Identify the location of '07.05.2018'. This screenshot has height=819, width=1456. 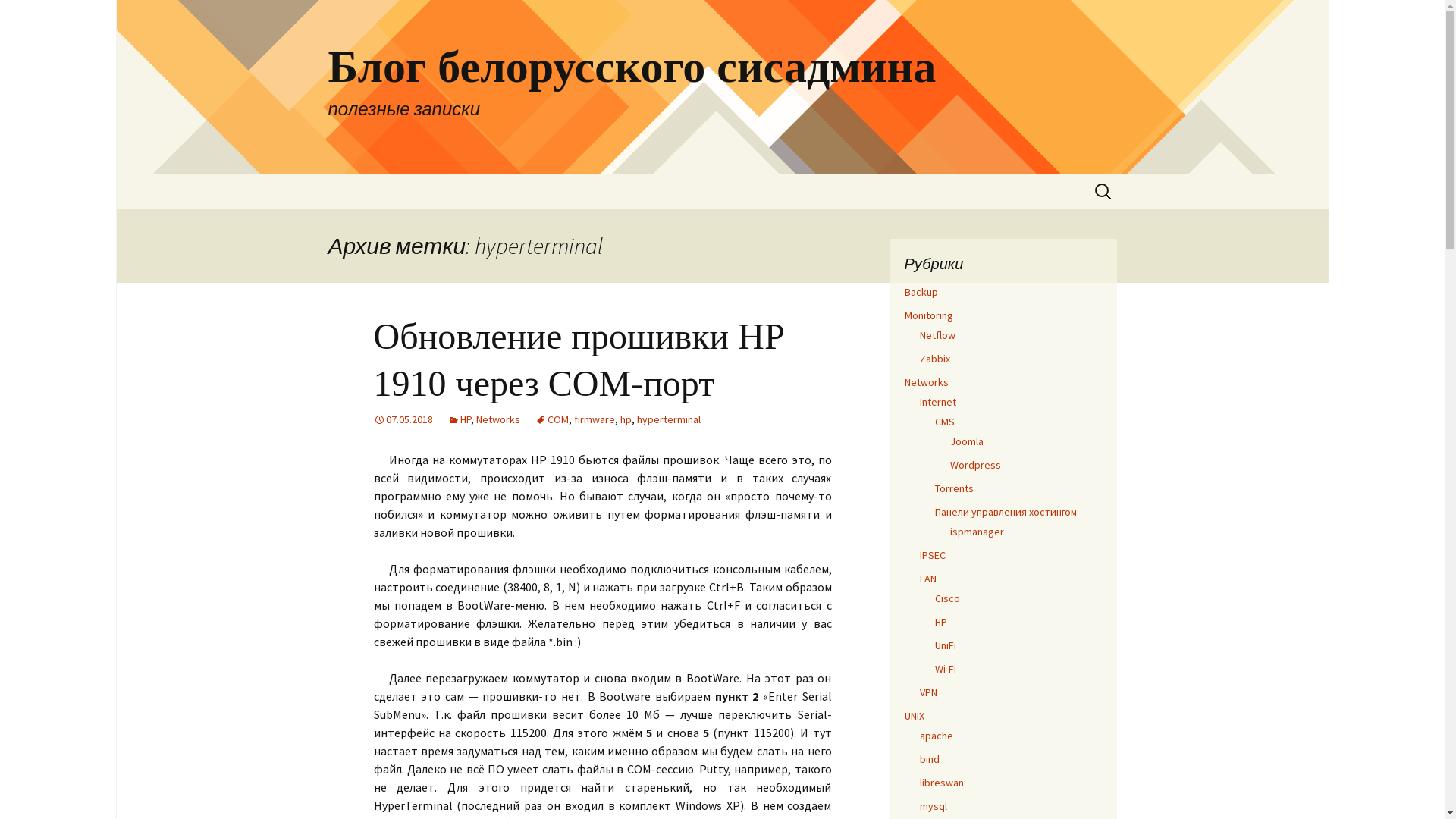
(403, 419).